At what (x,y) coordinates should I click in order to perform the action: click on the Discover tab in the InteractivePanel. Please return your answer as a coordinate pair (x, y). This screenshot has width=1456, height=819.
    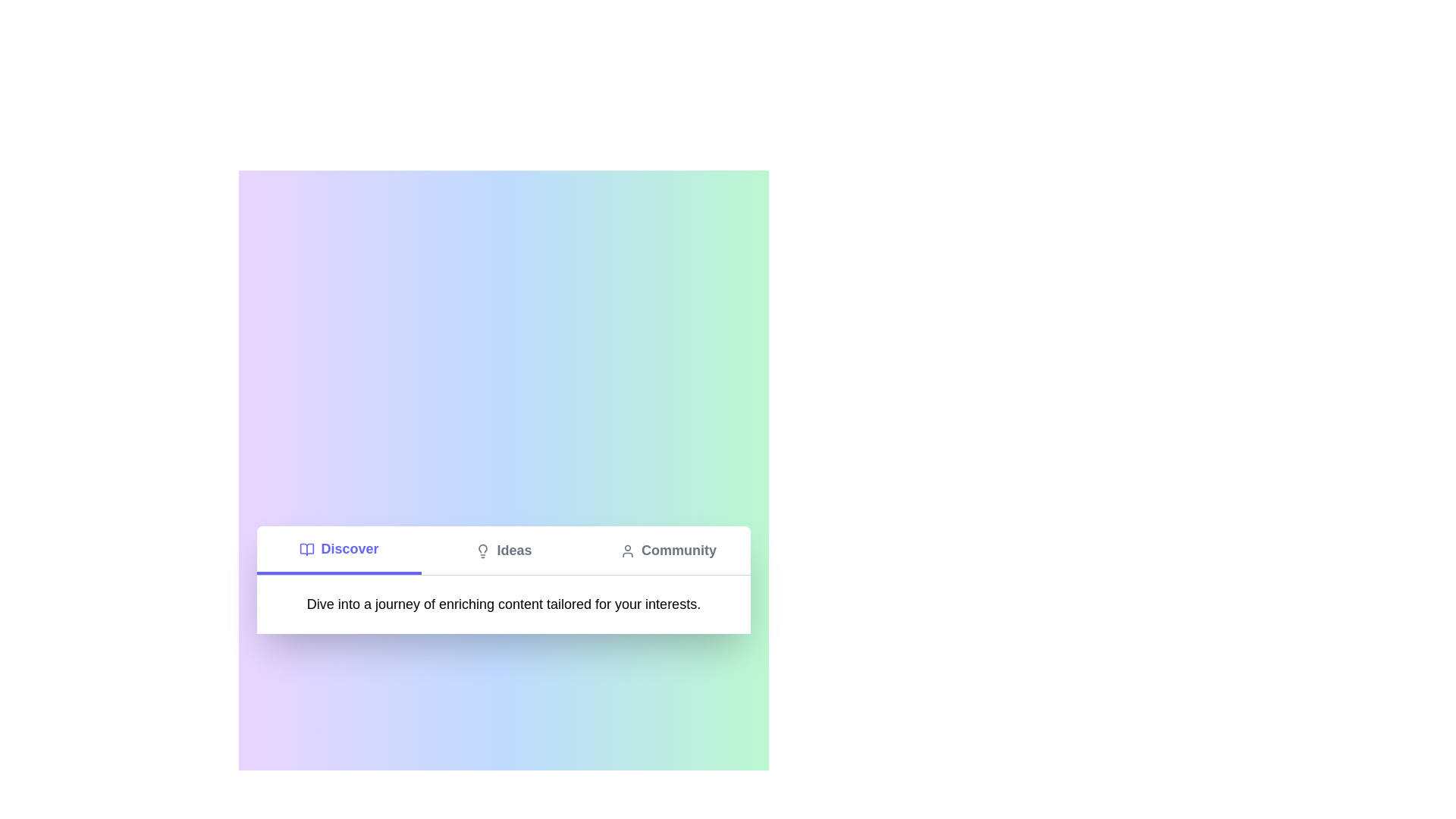
    Looking at the image, I should click on (338, 550).